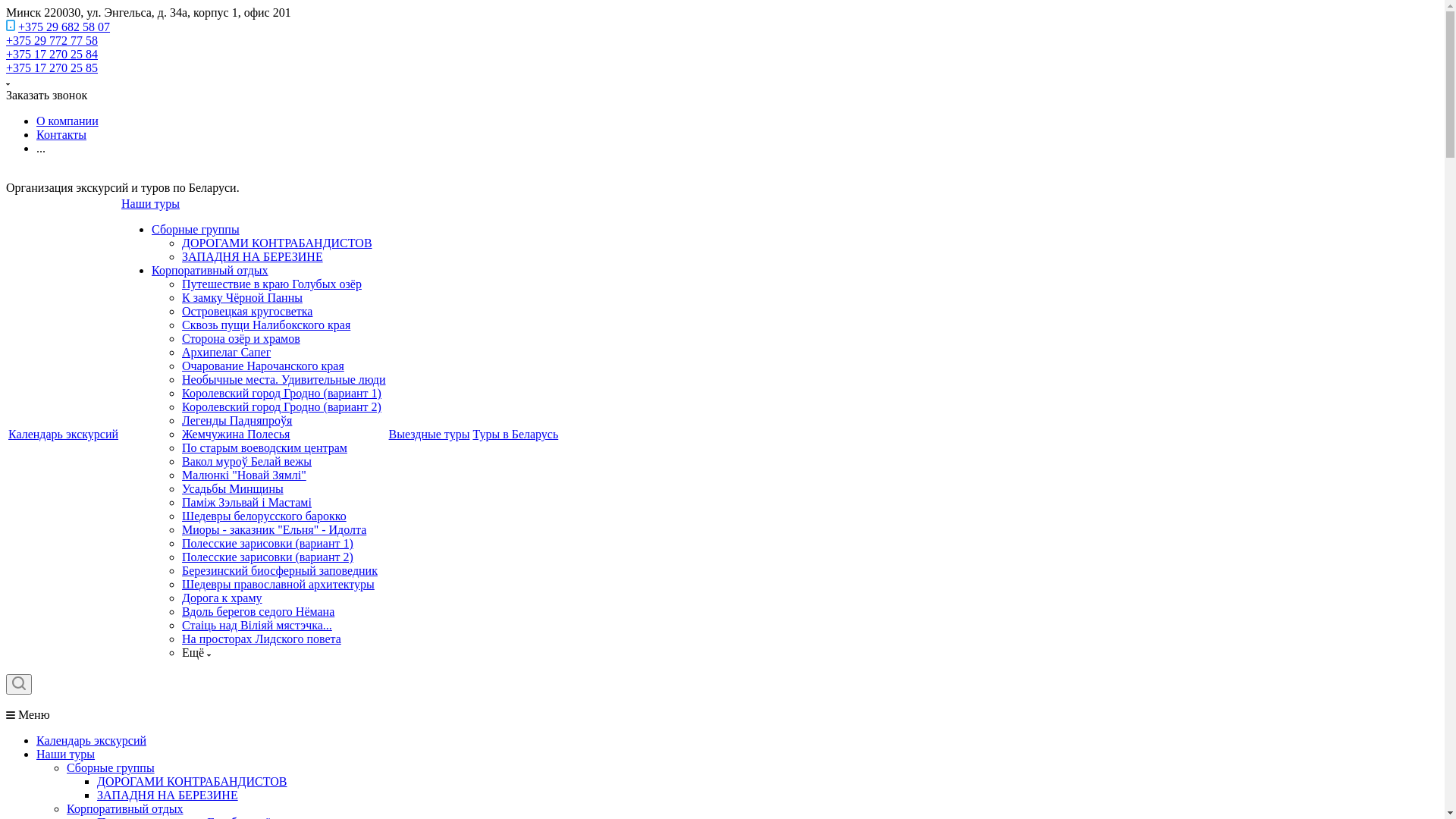 The image size is (1456, 819). I want to click on '+375 29 772 77 58', so click(52, 39).